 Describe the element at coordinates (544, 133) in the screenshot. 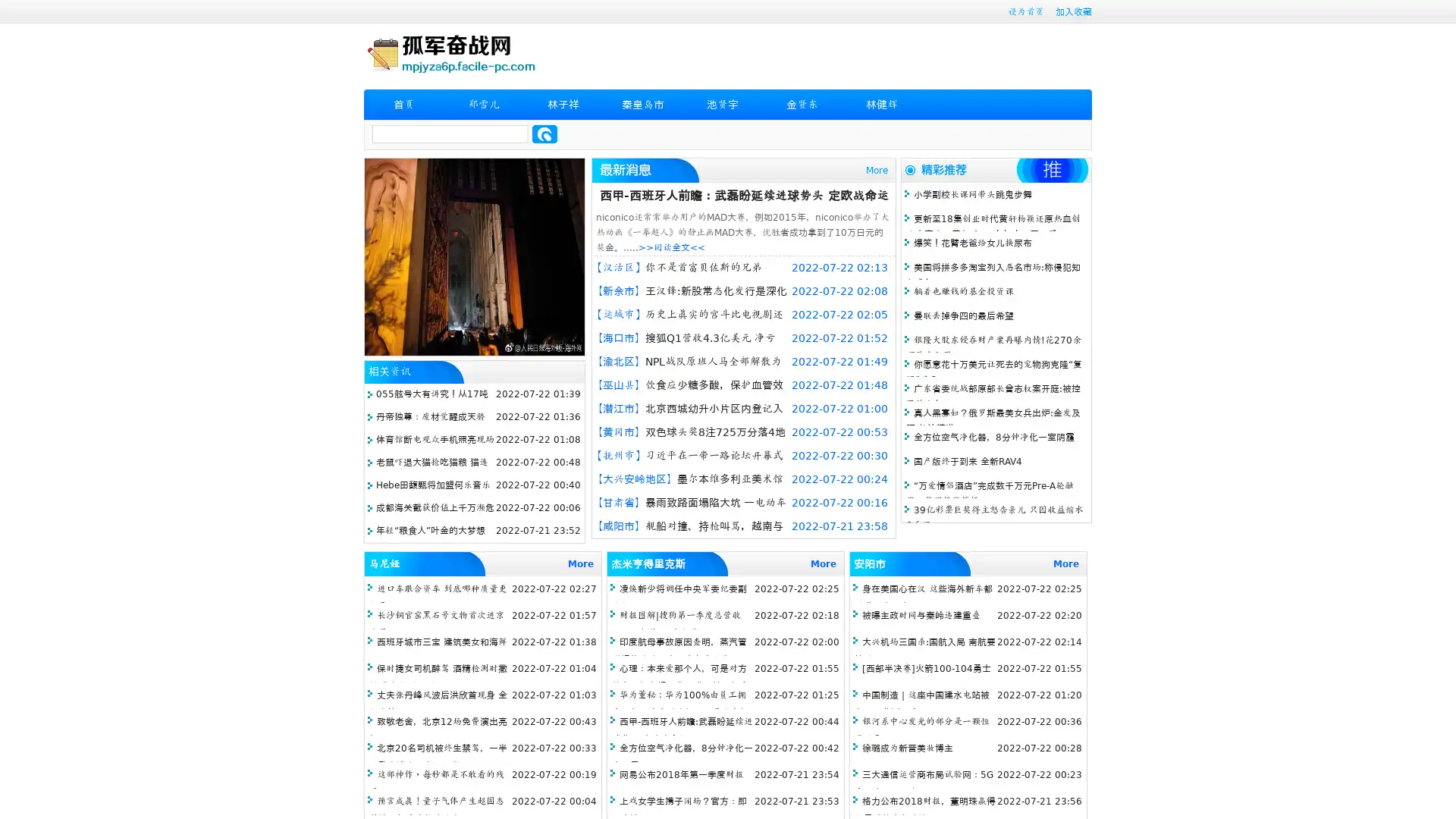

I see `Search` at that location.